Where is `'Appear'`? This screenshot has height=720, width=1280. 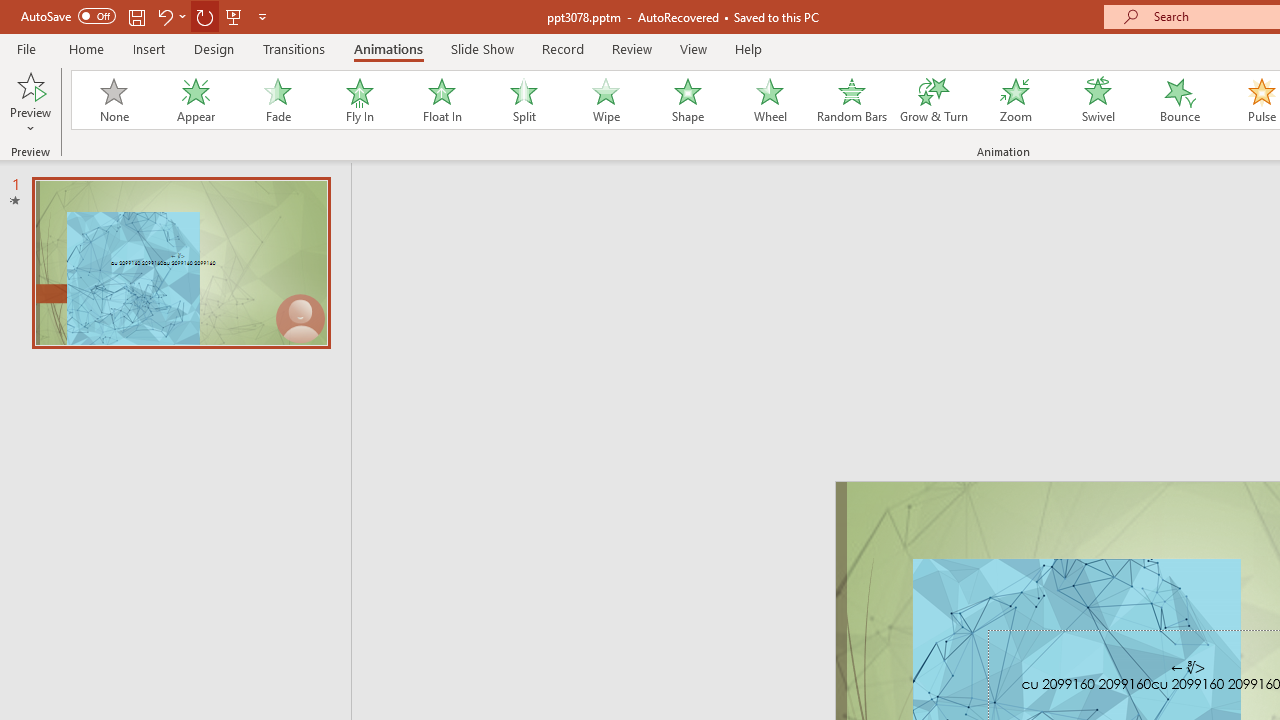 'Appear' is located at coordinates (195, 100).